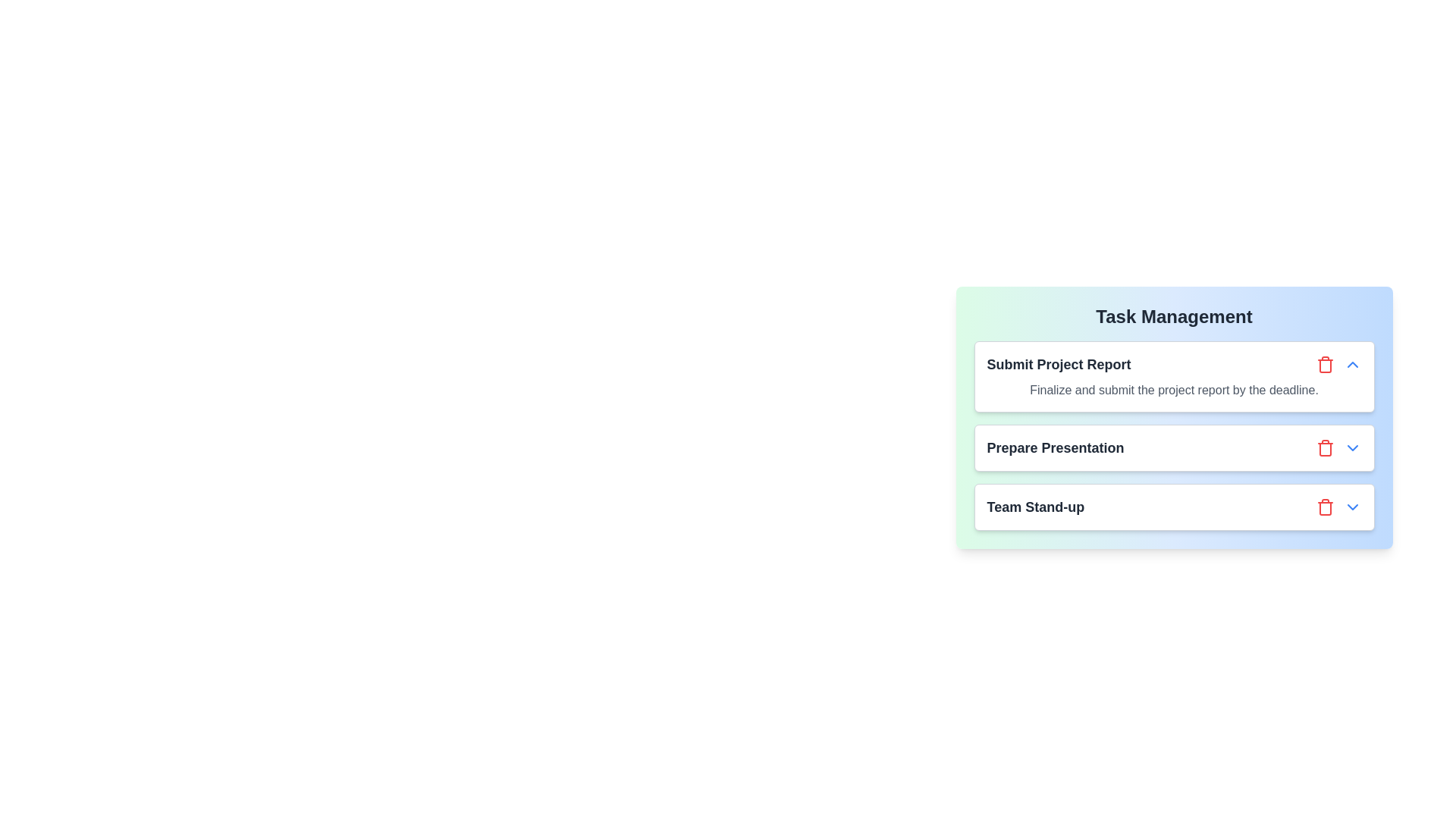  Describe the element at coordinates (1352, 507) in the screenshot. I see `the Chevron icon located to the right of the red trash bin icon` at that location.